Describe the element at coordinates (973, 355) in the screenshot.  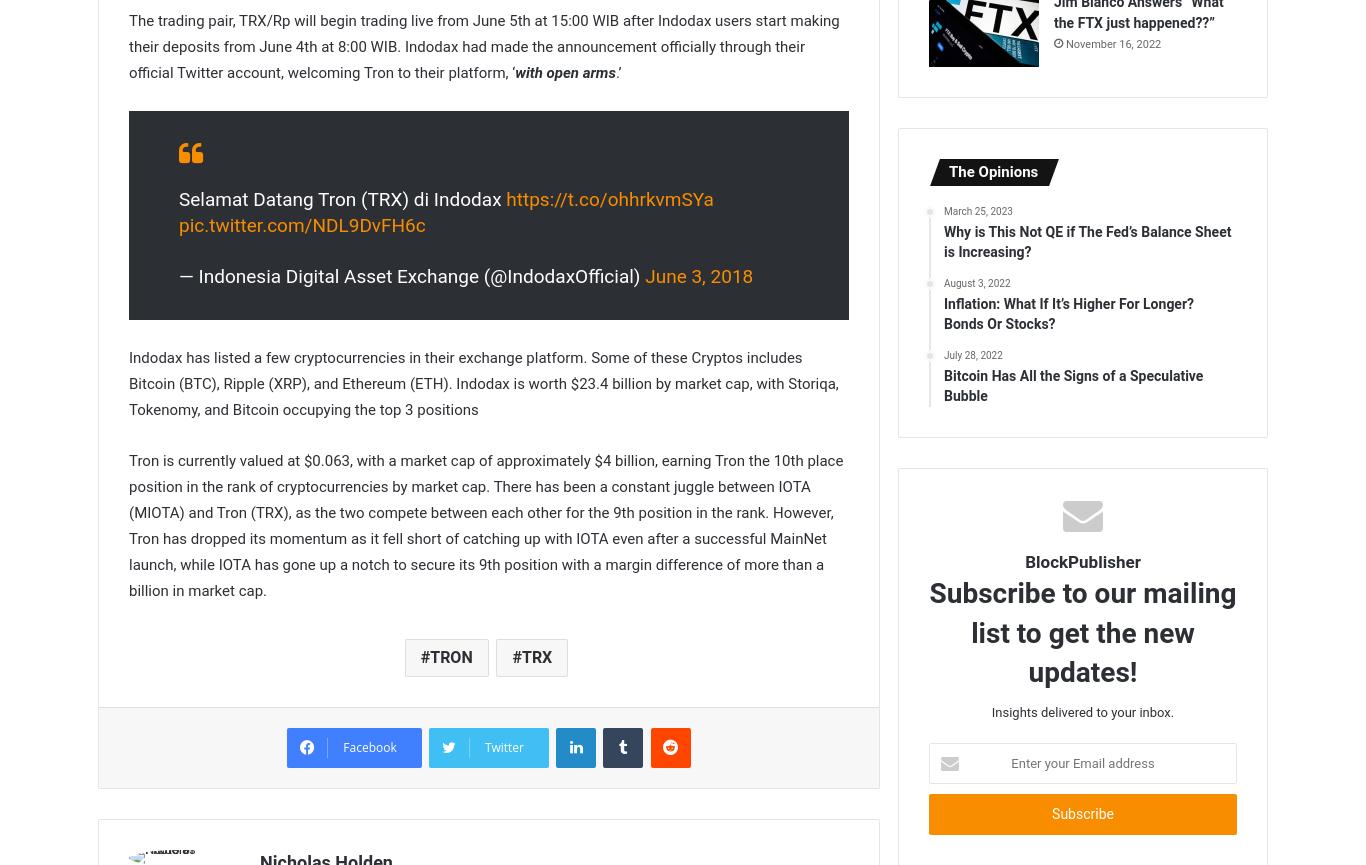
I see `'July 28, 2022'` at that location.